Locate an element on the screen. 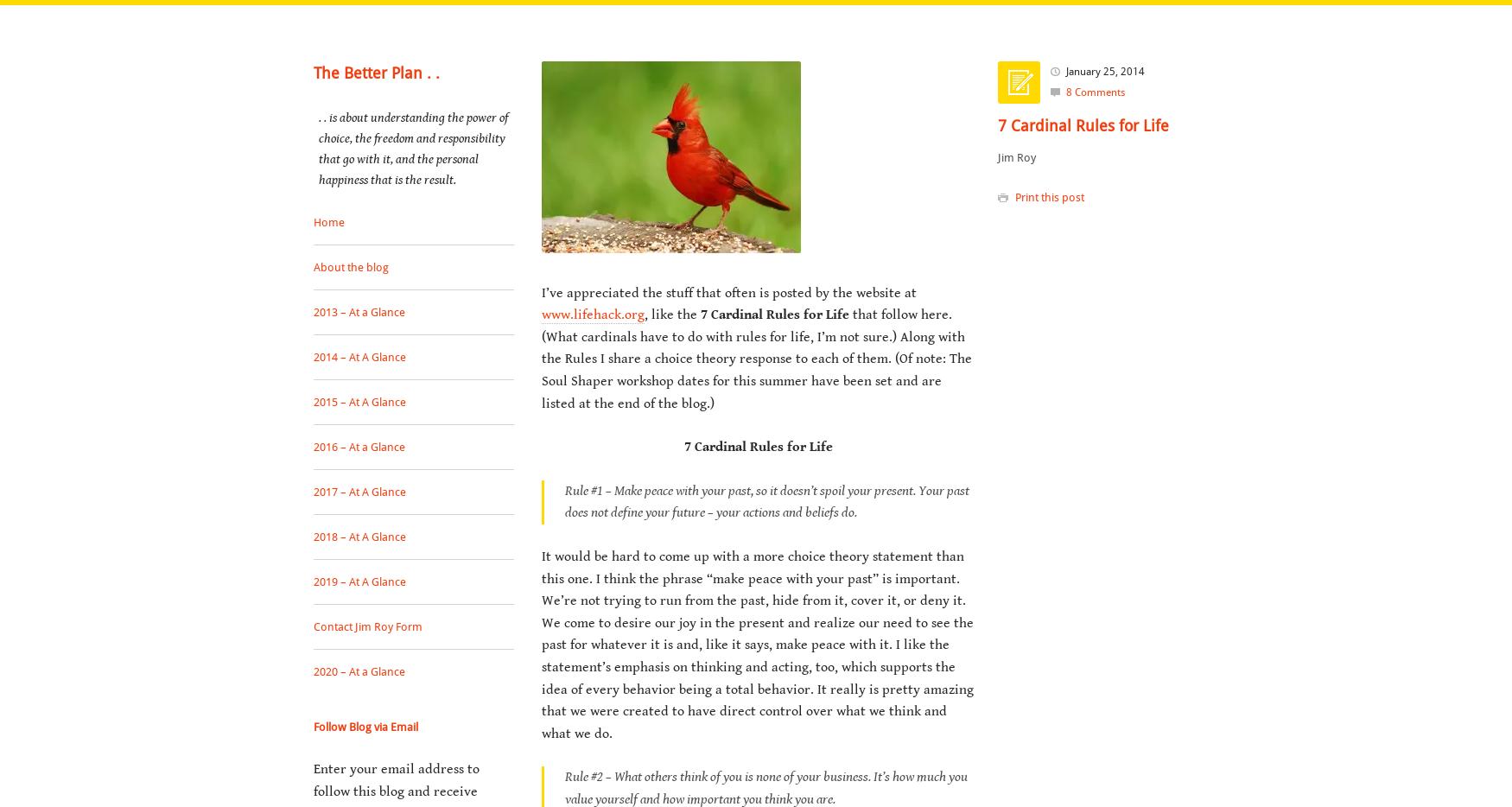 The height and width of the screenshot is (807, 1512). ', like the' is located at coordinates (671, 315).